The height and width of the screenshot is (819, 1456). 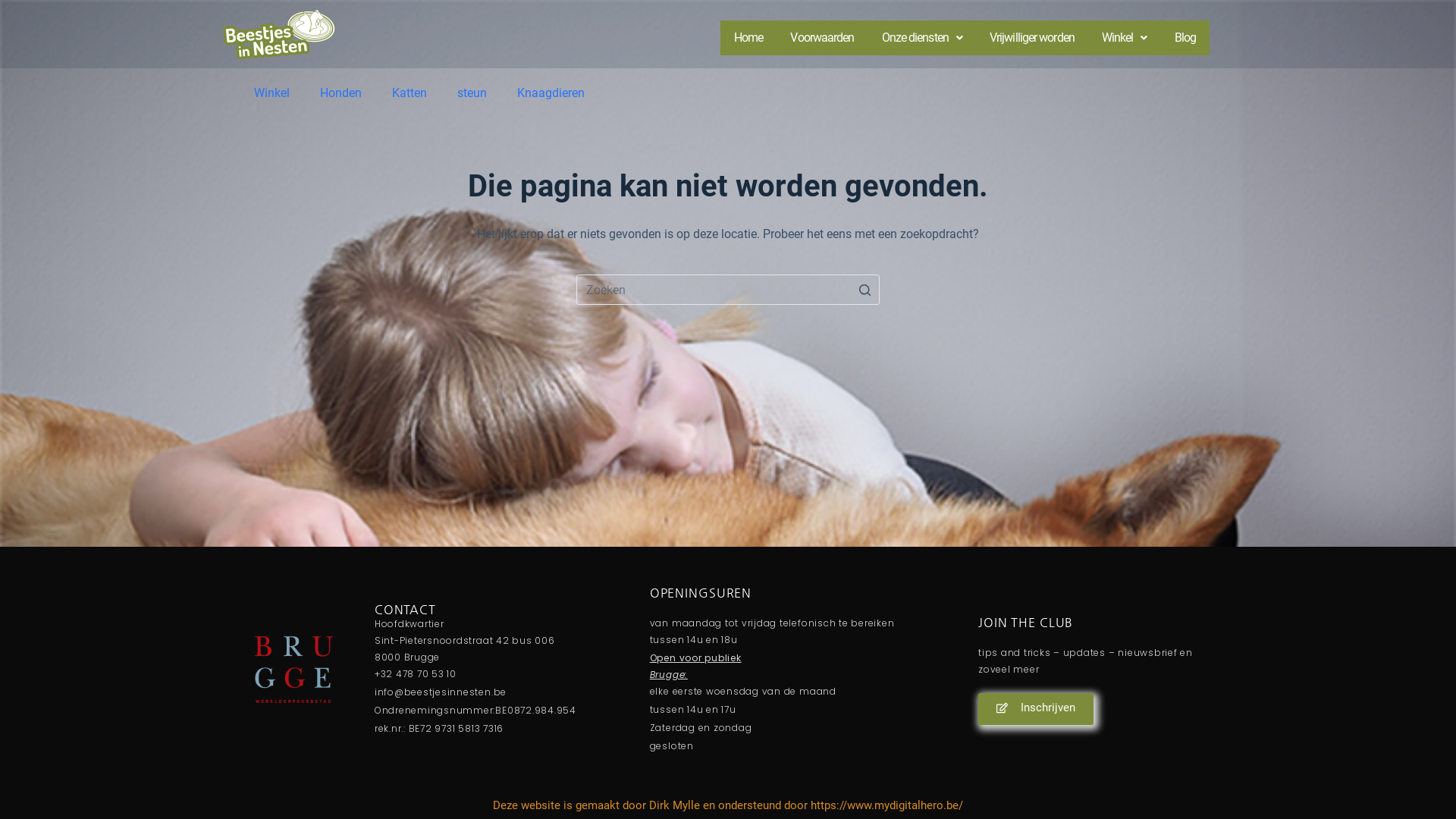 I want to click on 'Honden', so click(x=340, y=93).